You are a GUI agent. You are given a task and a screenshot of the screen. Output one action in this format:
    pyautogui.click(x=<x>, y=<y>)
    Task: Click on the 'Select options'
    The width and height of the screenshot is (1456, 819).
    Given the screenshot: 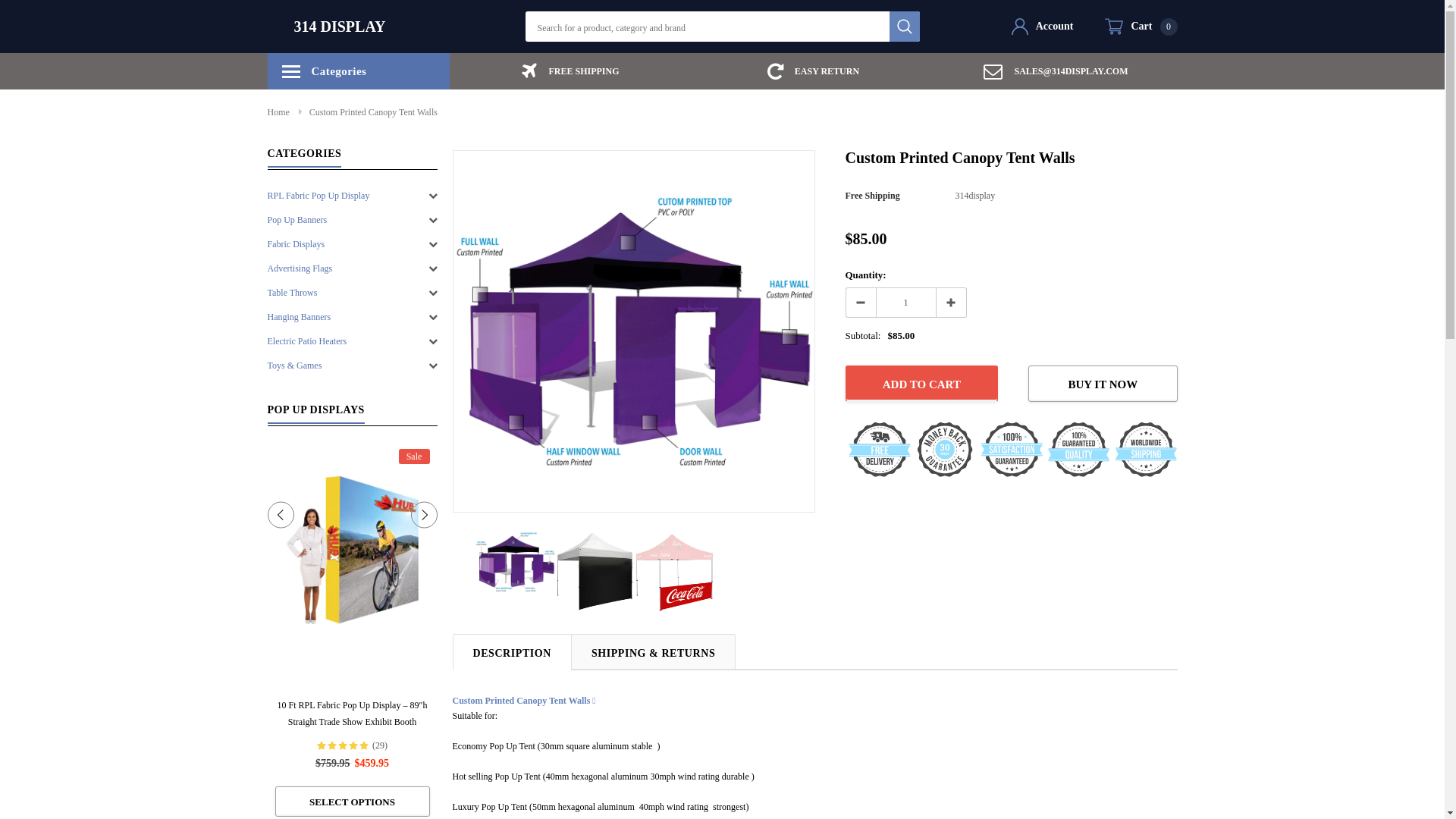 What is the action you would take?
    pyautogui.click(x=351, y=800)
    